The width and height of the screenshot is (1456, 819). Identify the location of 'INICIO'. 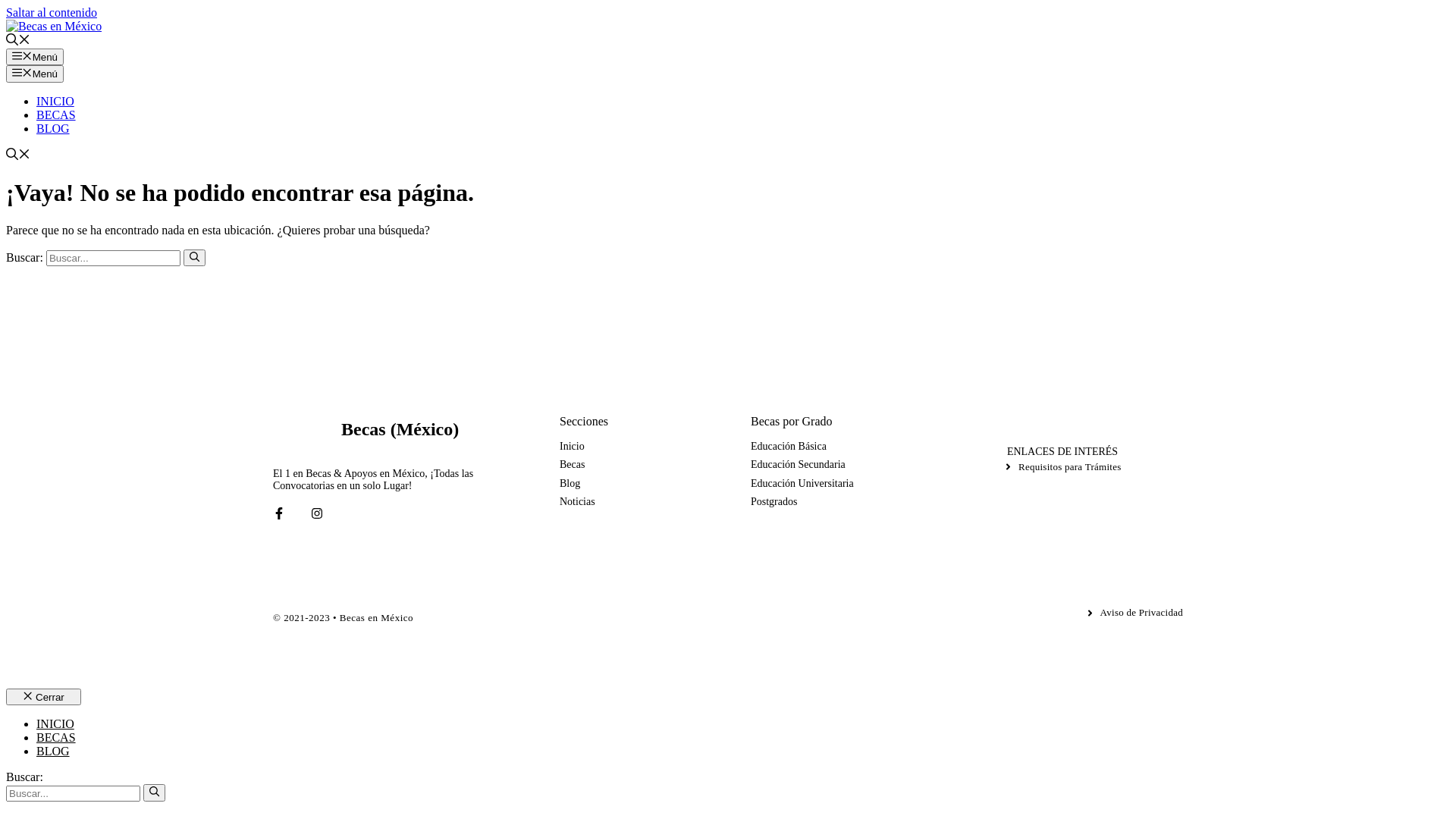
(55, 101).